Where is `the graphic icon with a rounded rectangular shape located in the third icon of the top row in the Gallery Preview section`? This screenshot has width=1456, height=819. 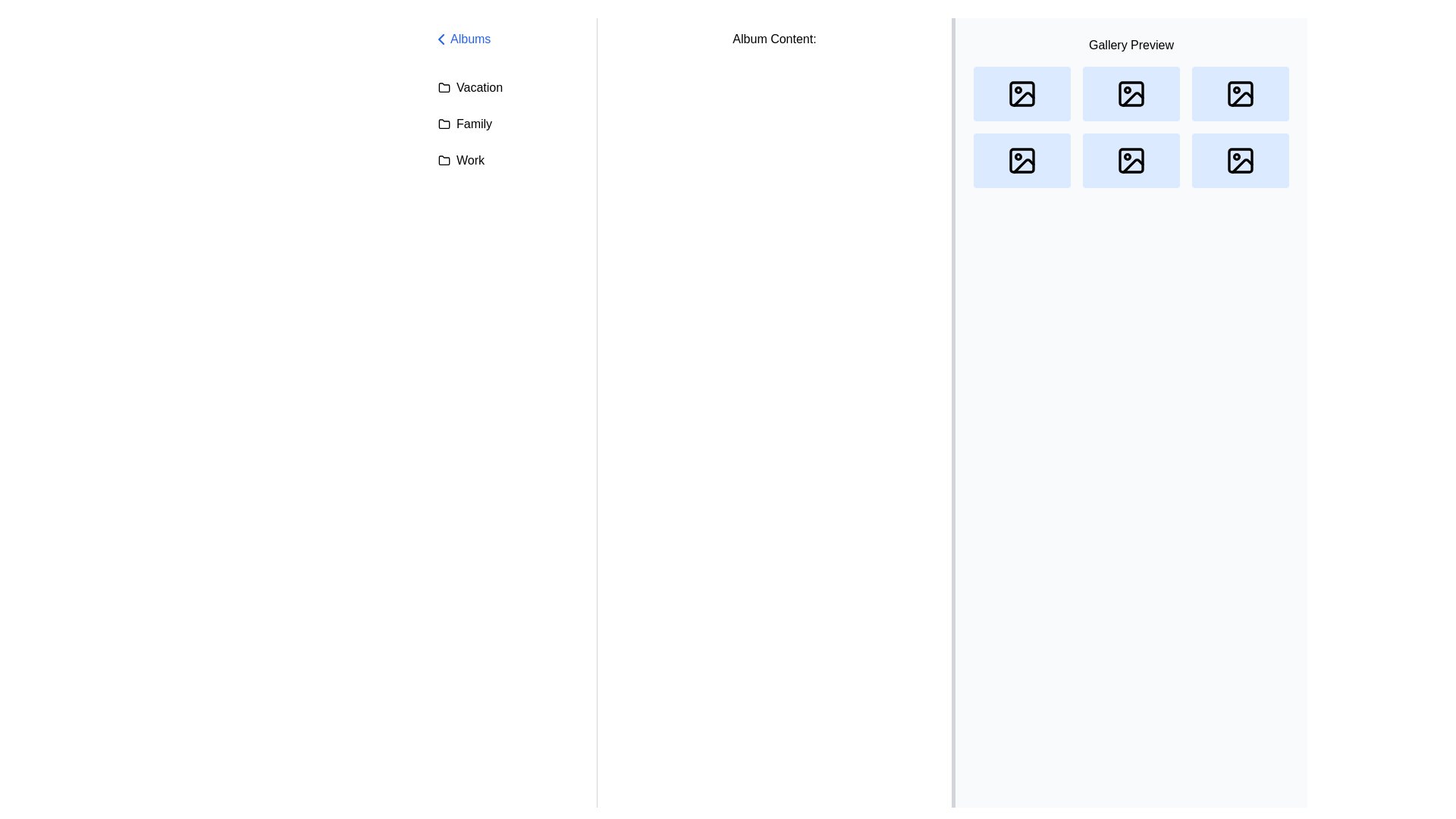 the graphic icon with a rounded rectangular shape located in the third icon of the top row in the Gallery Preview section is located at coordinates (1241, 93).